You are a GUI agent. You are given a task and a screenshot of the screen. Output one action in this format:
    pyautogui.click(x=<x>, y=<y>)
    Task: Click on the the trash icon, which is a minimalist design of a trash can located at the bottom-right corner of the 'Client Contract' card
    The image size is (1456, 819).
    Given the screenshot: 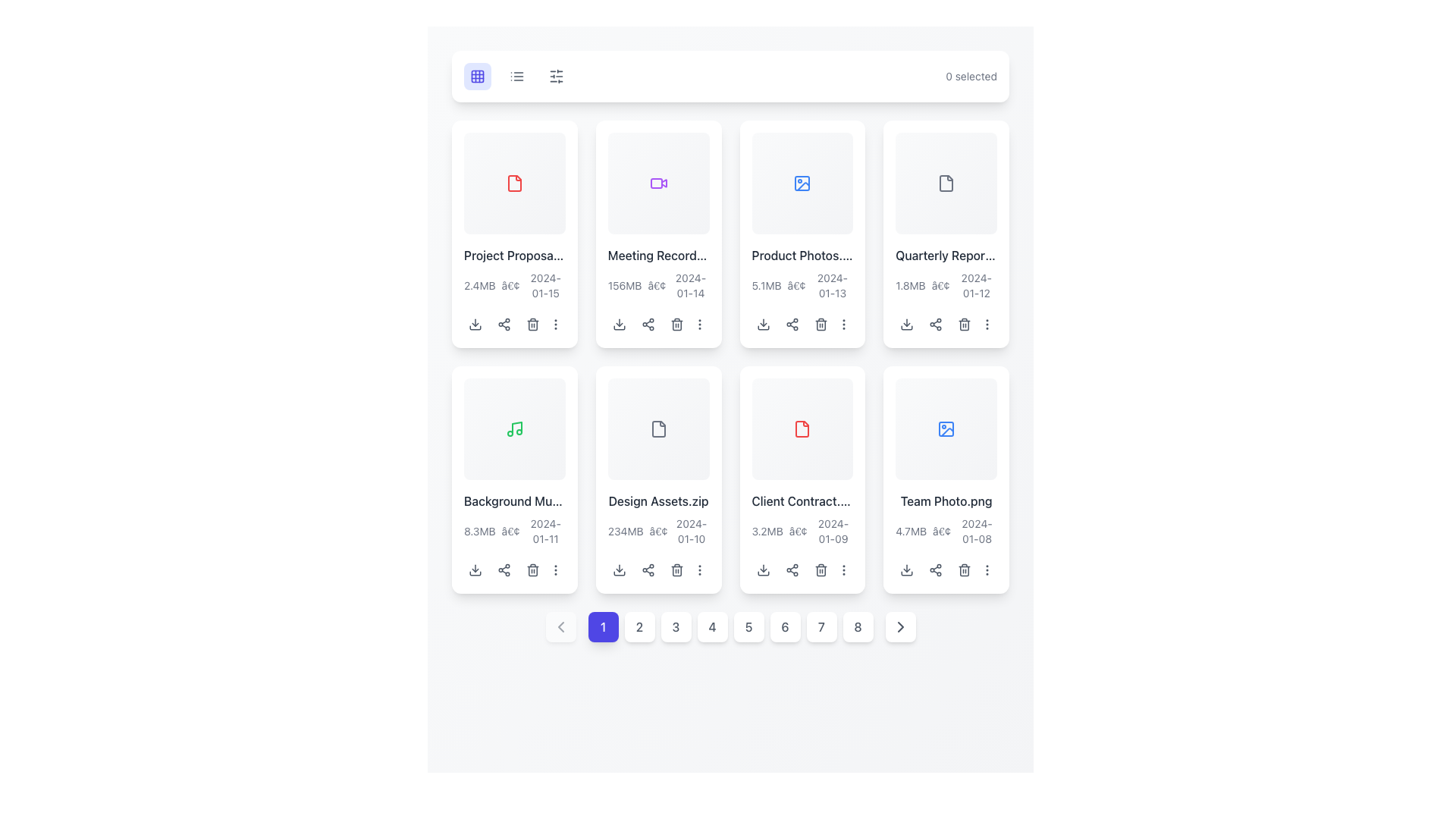 What is the action you would take?
    pyautogui.click(x=820, y=570)
    